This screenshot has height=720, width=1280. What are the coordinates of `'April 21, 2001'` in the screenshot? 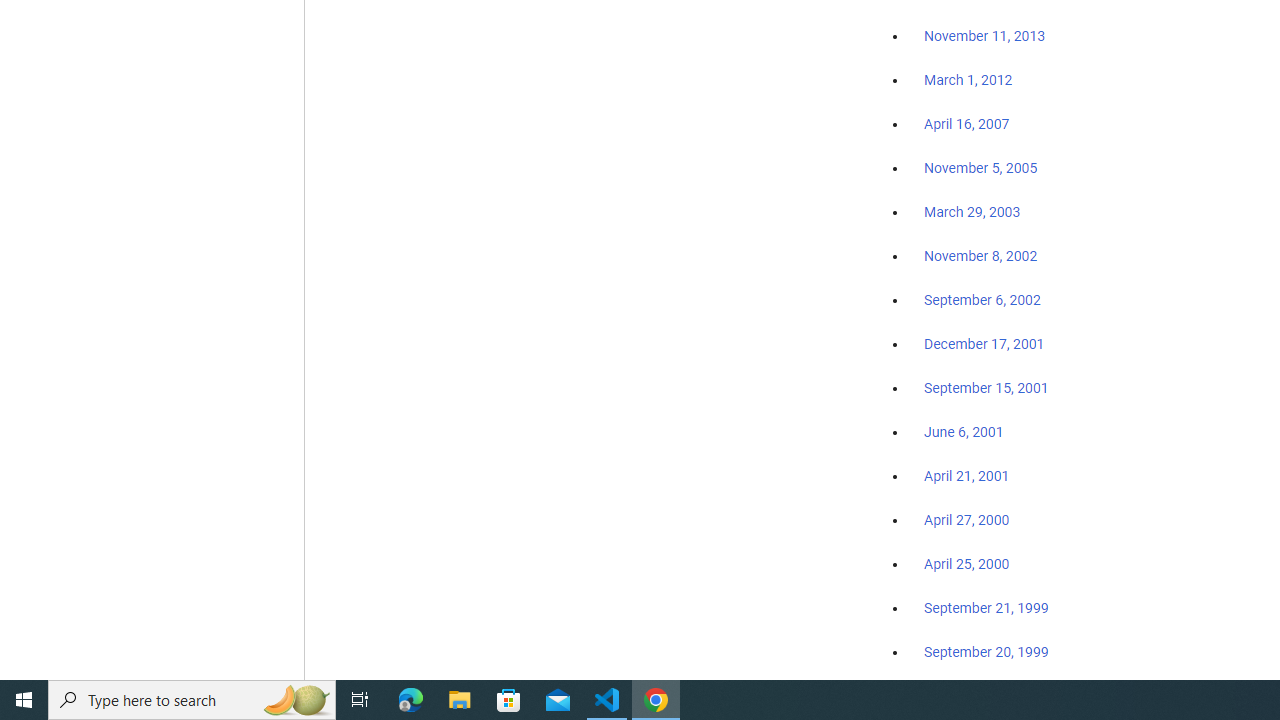 It's located at (967, 476).